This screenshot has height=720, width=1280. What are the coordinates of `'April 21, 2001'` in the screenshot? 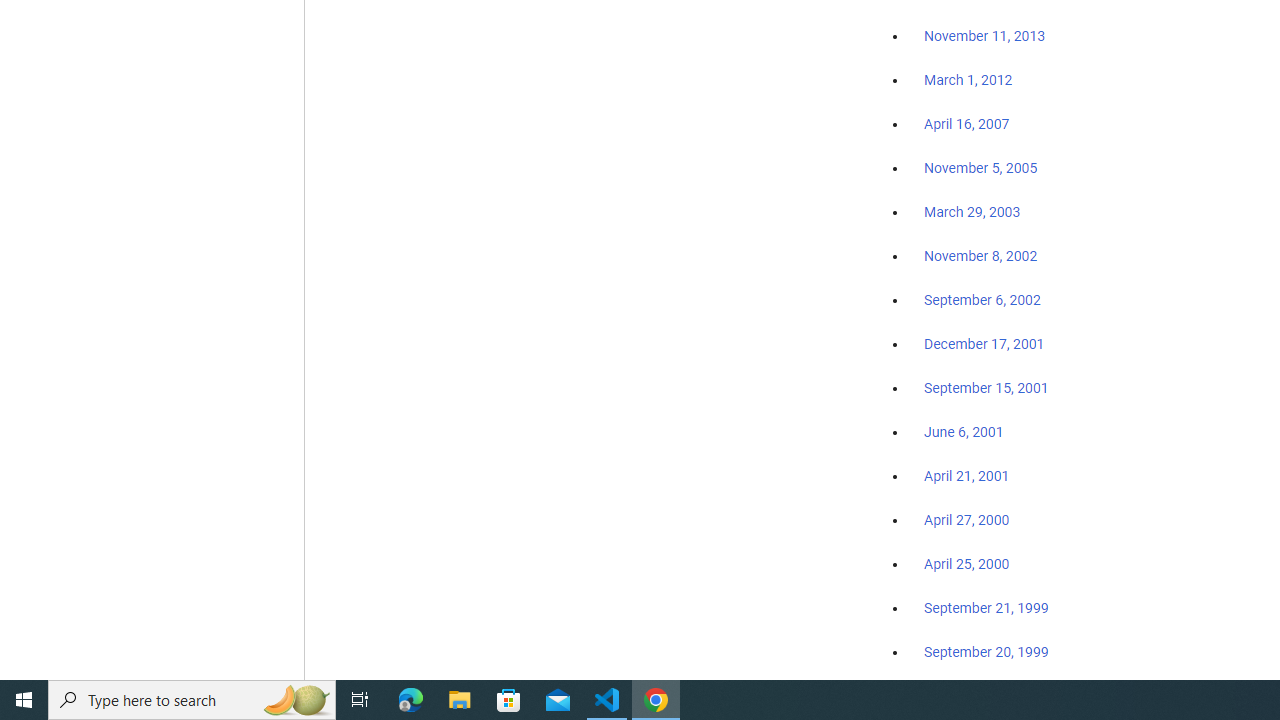 It's located at (967, 476).